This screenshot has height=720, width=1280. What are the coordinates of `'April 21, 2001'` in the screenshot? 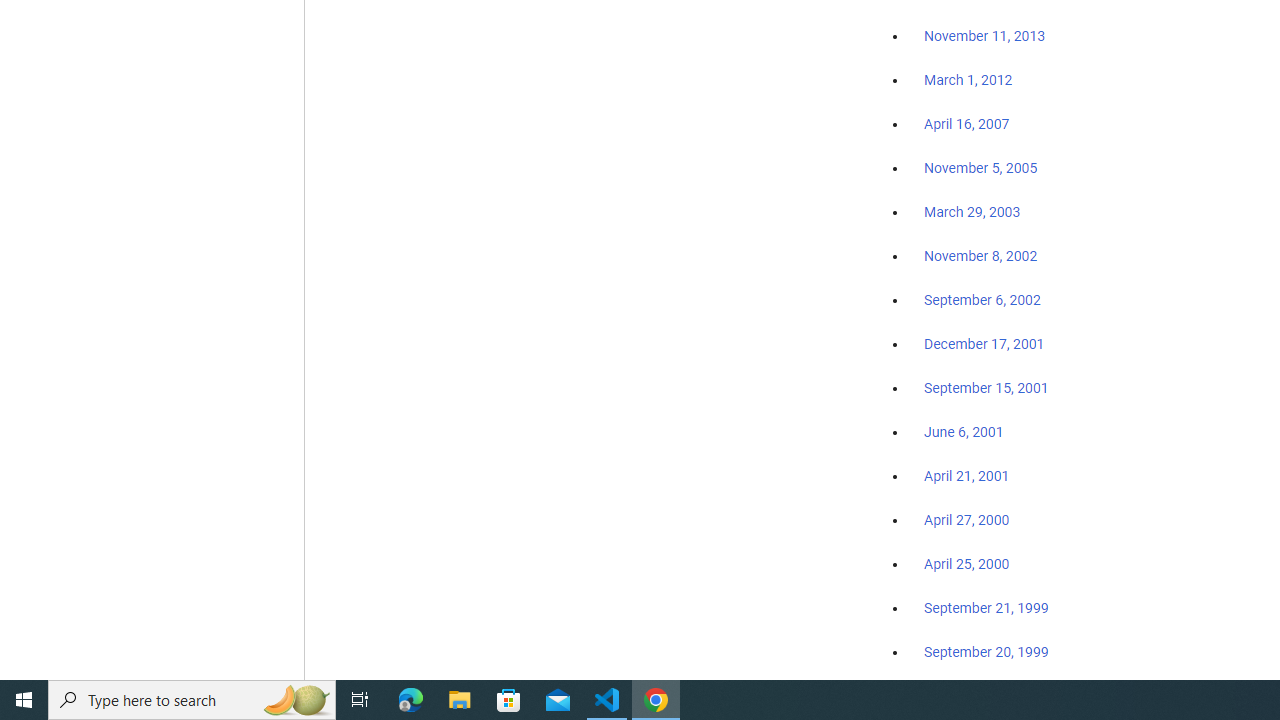 It's located at (967, 476).